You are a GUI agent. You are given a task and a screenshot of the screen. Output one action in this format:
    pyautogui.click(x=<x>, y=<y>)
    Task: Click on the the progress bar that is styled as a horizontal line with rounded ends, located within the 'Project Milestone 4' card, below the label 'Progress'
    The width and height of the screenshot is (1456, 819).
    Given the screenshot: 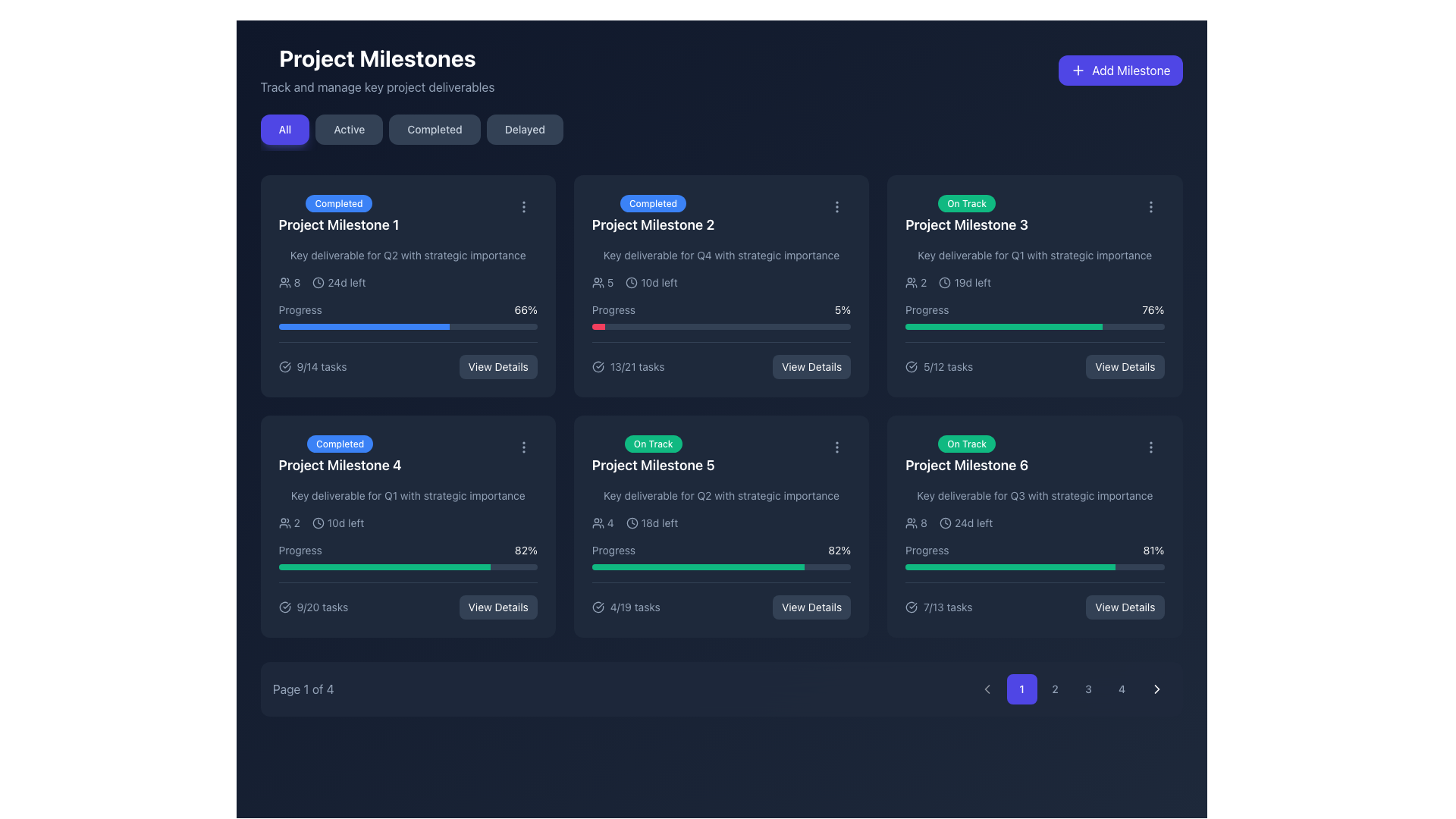 What is the action you would take?
    pyautogui.click(x=408, y=567)
    